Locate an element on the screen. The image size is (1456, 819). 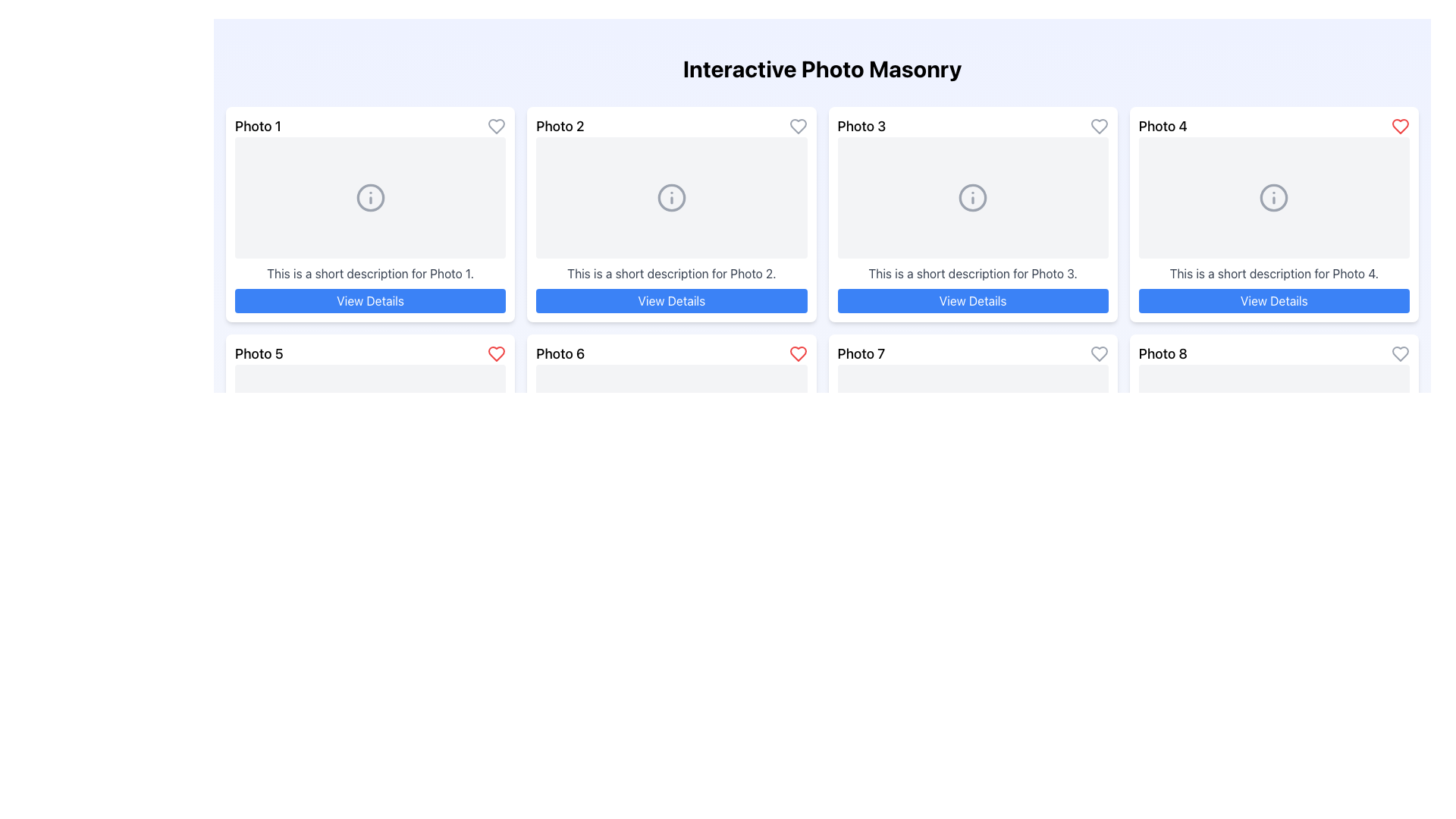
the text block containing 'This is a short description for Photo 3.' located below the image section of Photo 3 is located at coordinates (973, 274).